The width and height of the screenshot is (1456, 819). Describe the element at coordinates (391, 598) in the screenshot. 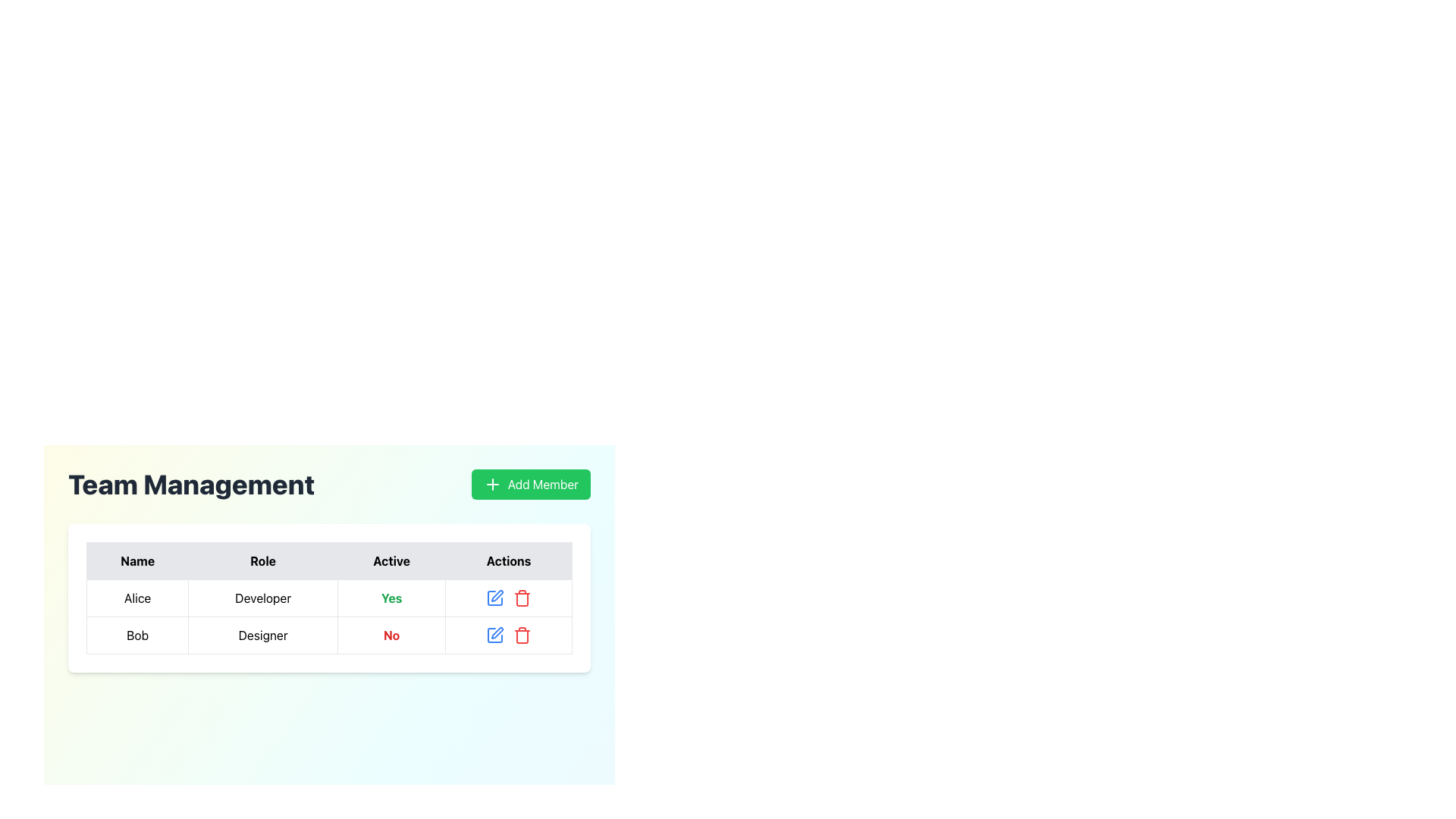

I see `the 'Yes' text label within the 'Active' column of the 'Team Management' table, which is styled in bold green font and is located in the third column of the second row` at that location.